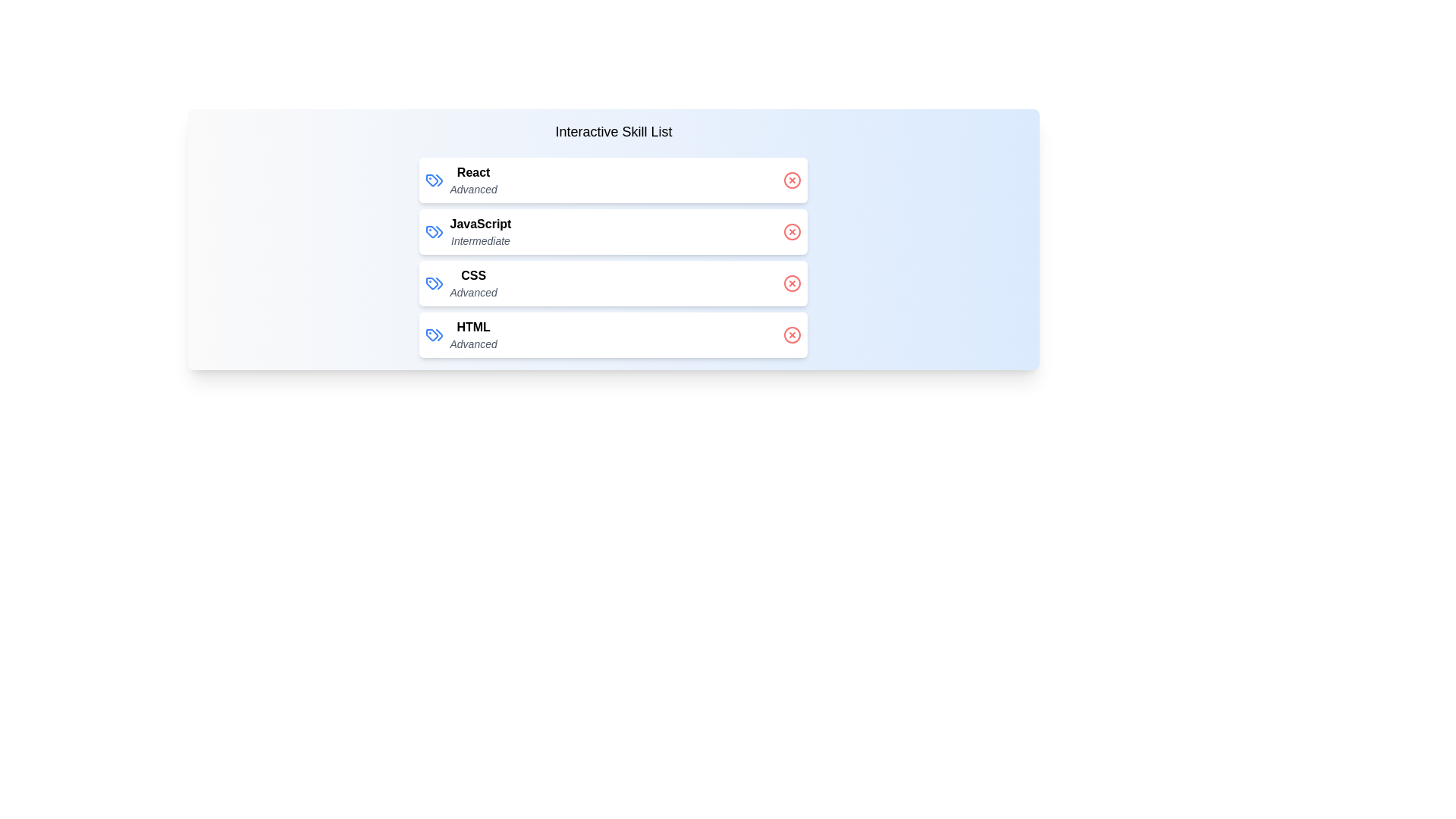 Image resolution: width=1456 pixels, height=819 pixels. I want to click on the 'Interactive Skill List' heading to inspect its properties, so click(613, 130).